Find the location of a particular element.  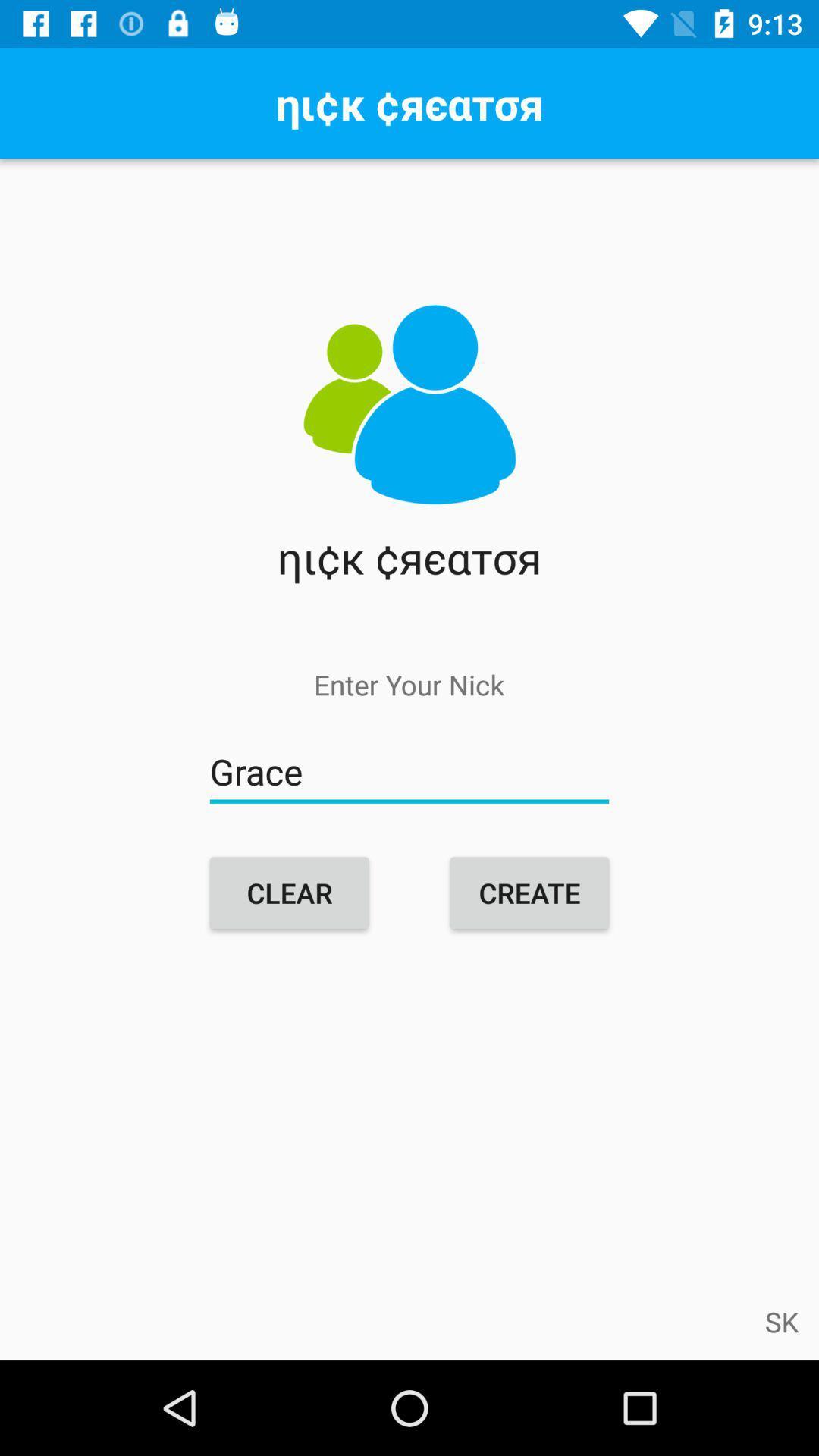

item to the left of the create icon is located at coordinates (289, 893).